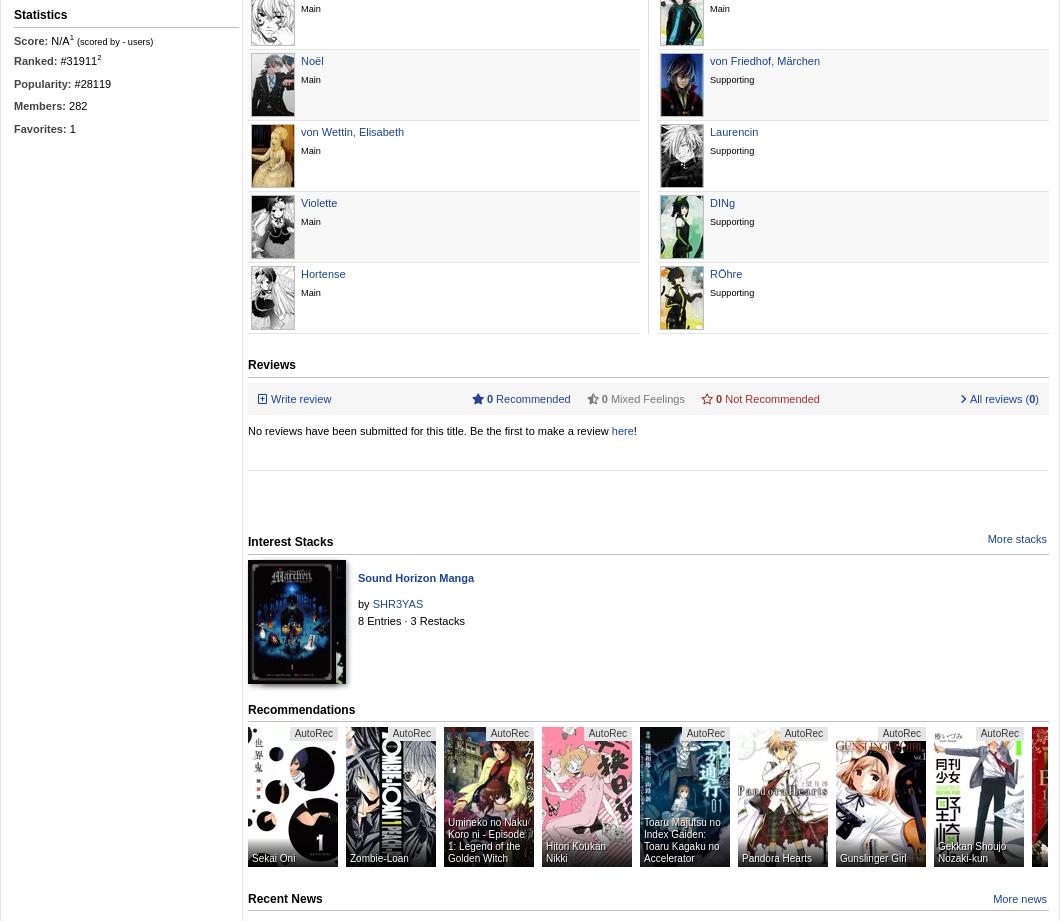  What do you see at coordinates (40, 15) in the screenshot?
I see `'Statistics'` at bounding box center [40, 15].